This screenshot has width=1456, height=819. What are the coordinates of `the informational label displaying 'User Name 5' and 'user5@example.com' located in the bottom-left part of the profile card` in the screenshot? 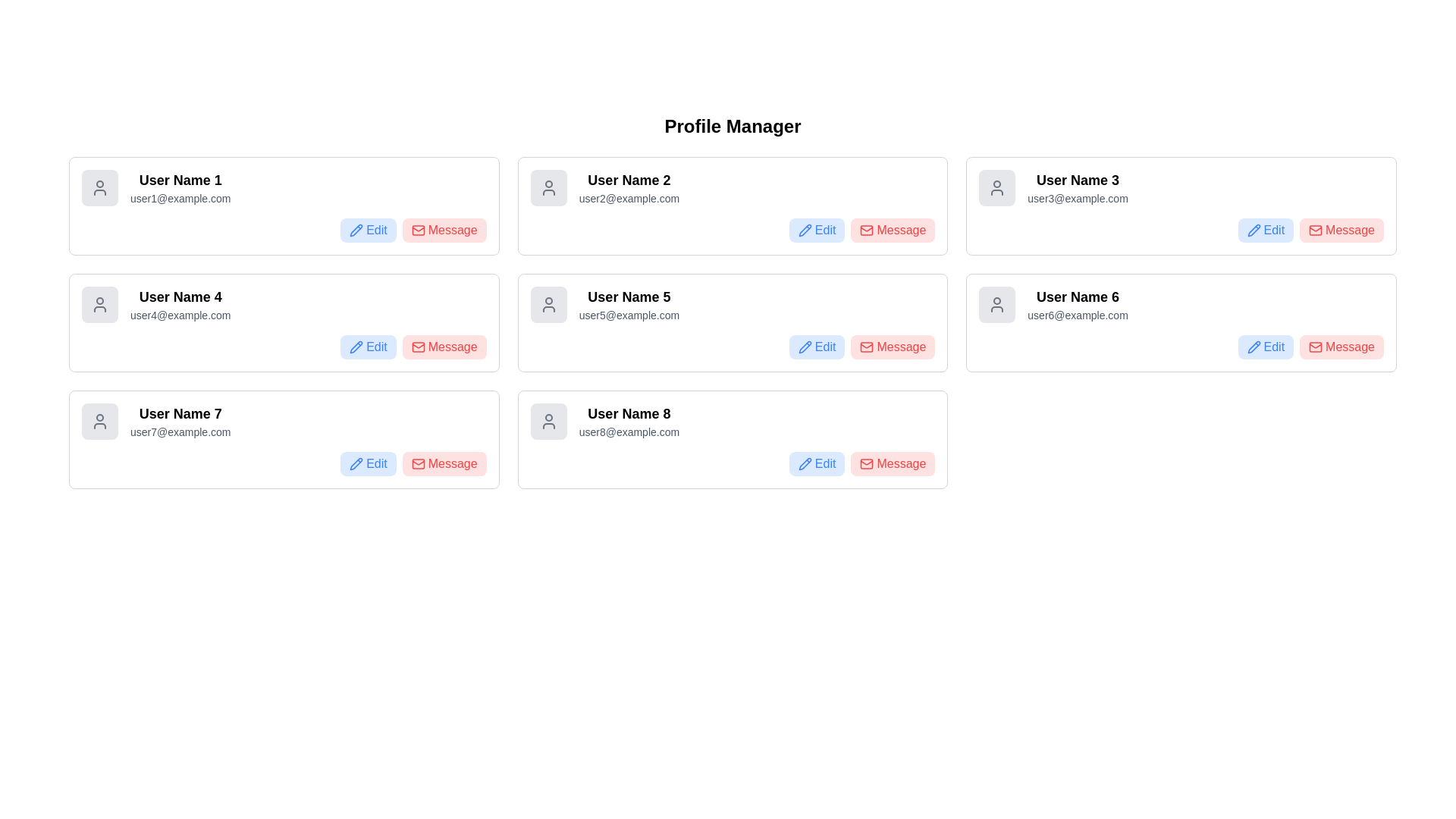 It's located at (629, 304).